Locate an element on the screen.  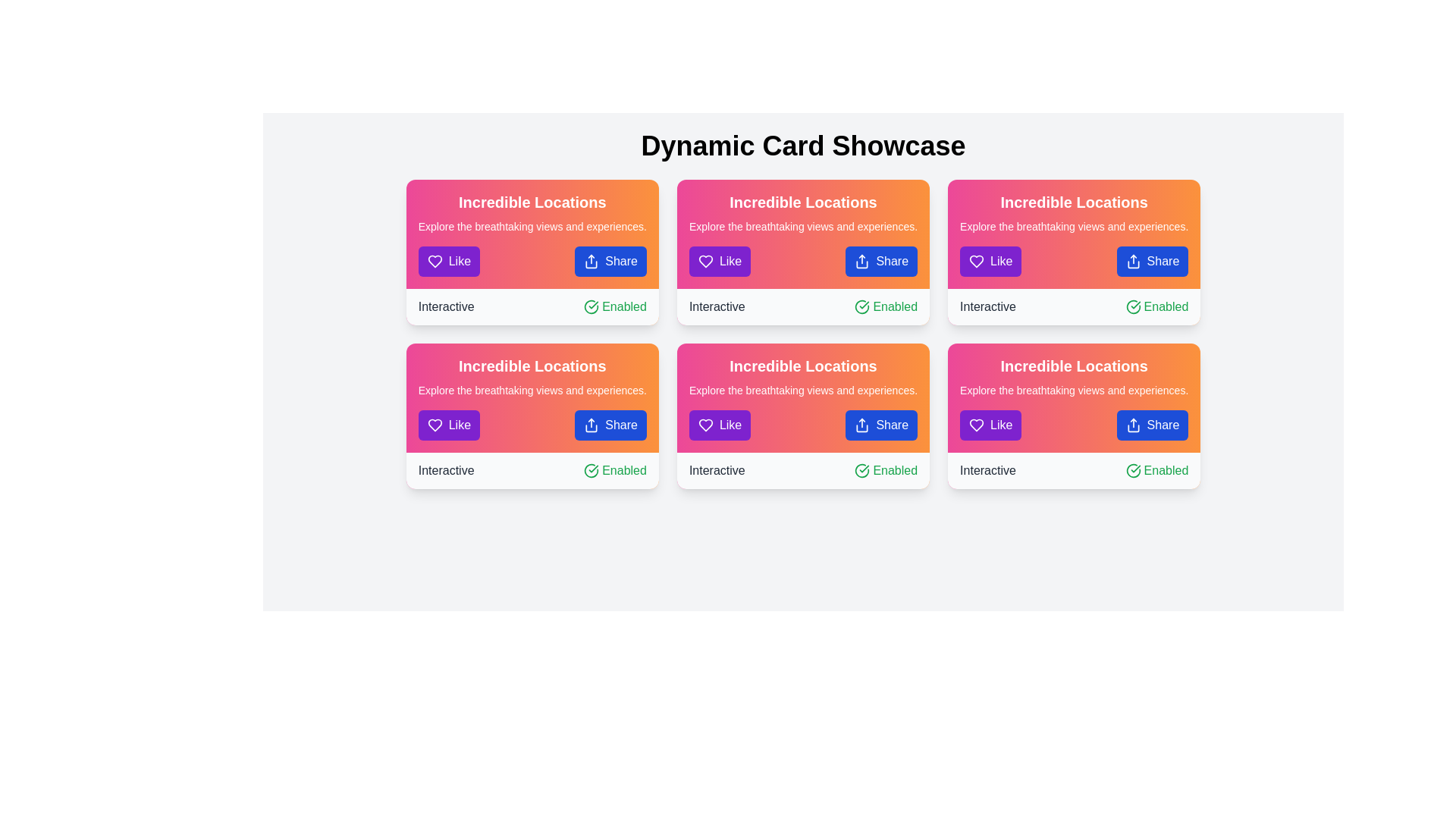
the text label that states 'Explore the breathtaking views and experiences.' which is located under the title 'Incredible Locations' in the lower-right section of the interface is located at coordinates (1073, 390).